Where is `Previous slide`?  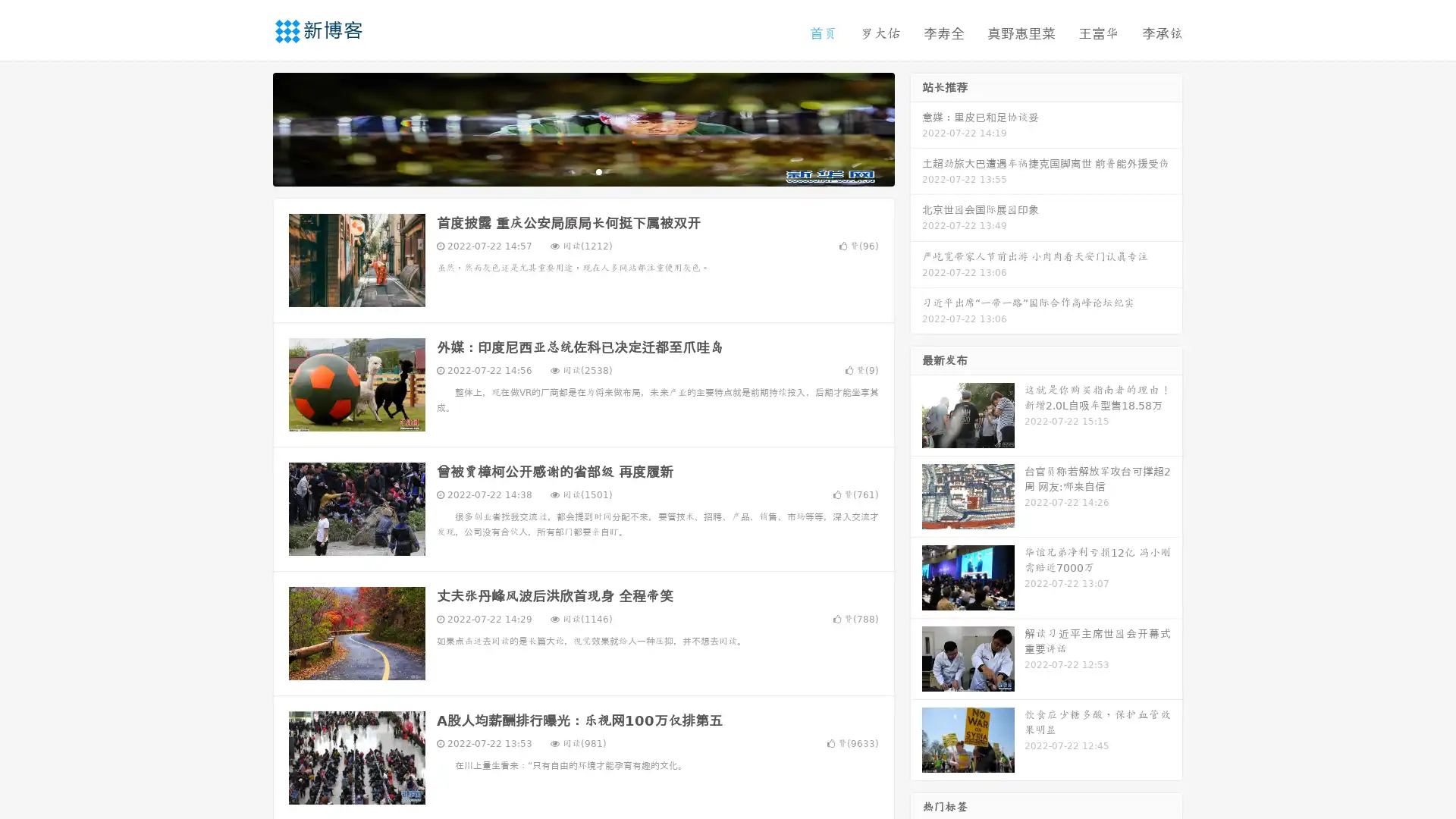
Previous slide is located at coordinates (250, 127).